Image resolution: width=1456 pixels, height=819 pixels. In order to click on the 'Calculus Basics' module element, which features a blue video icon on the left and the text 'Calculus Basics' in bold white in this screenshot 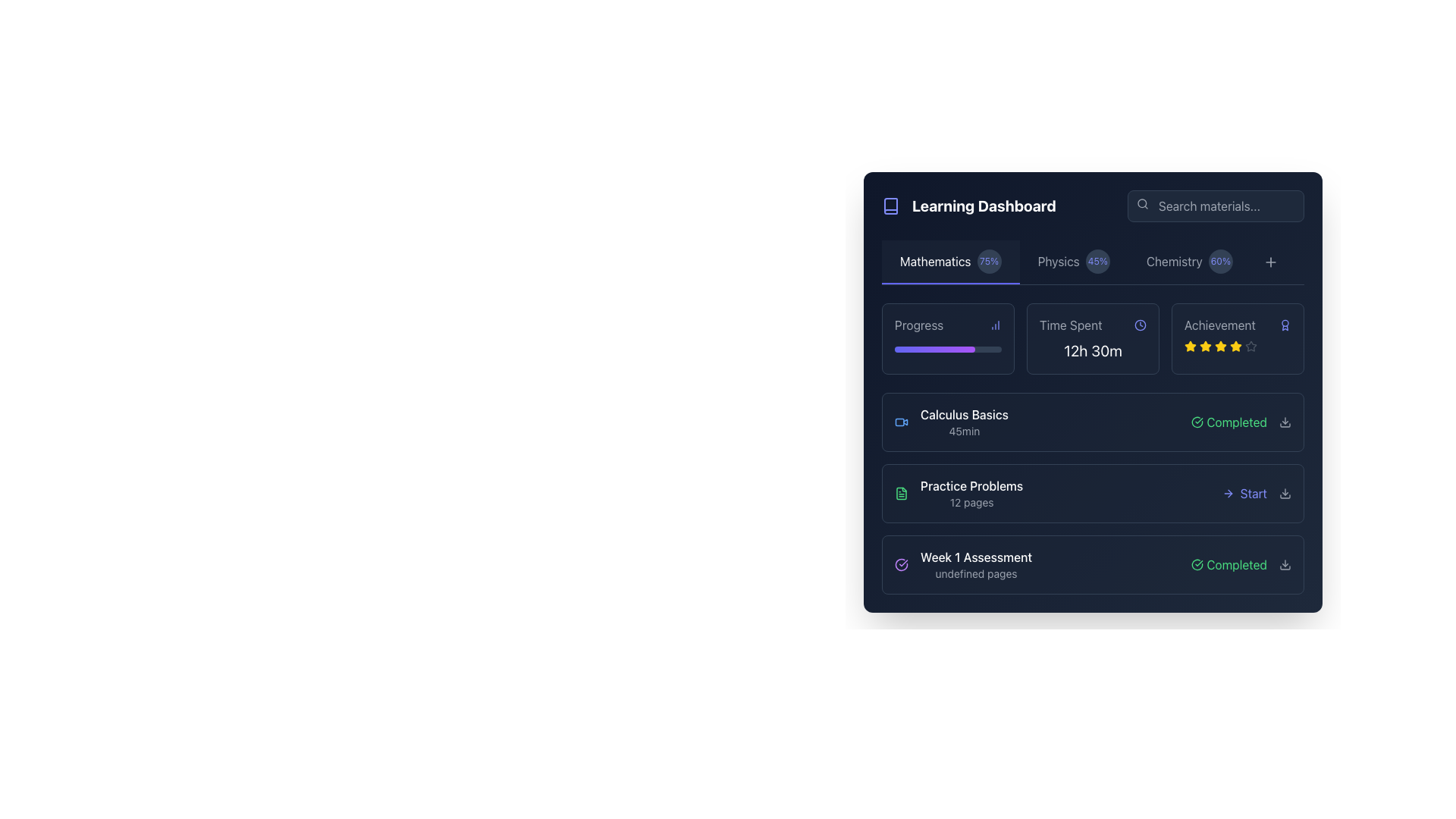, I will do `click(950, 422)`.